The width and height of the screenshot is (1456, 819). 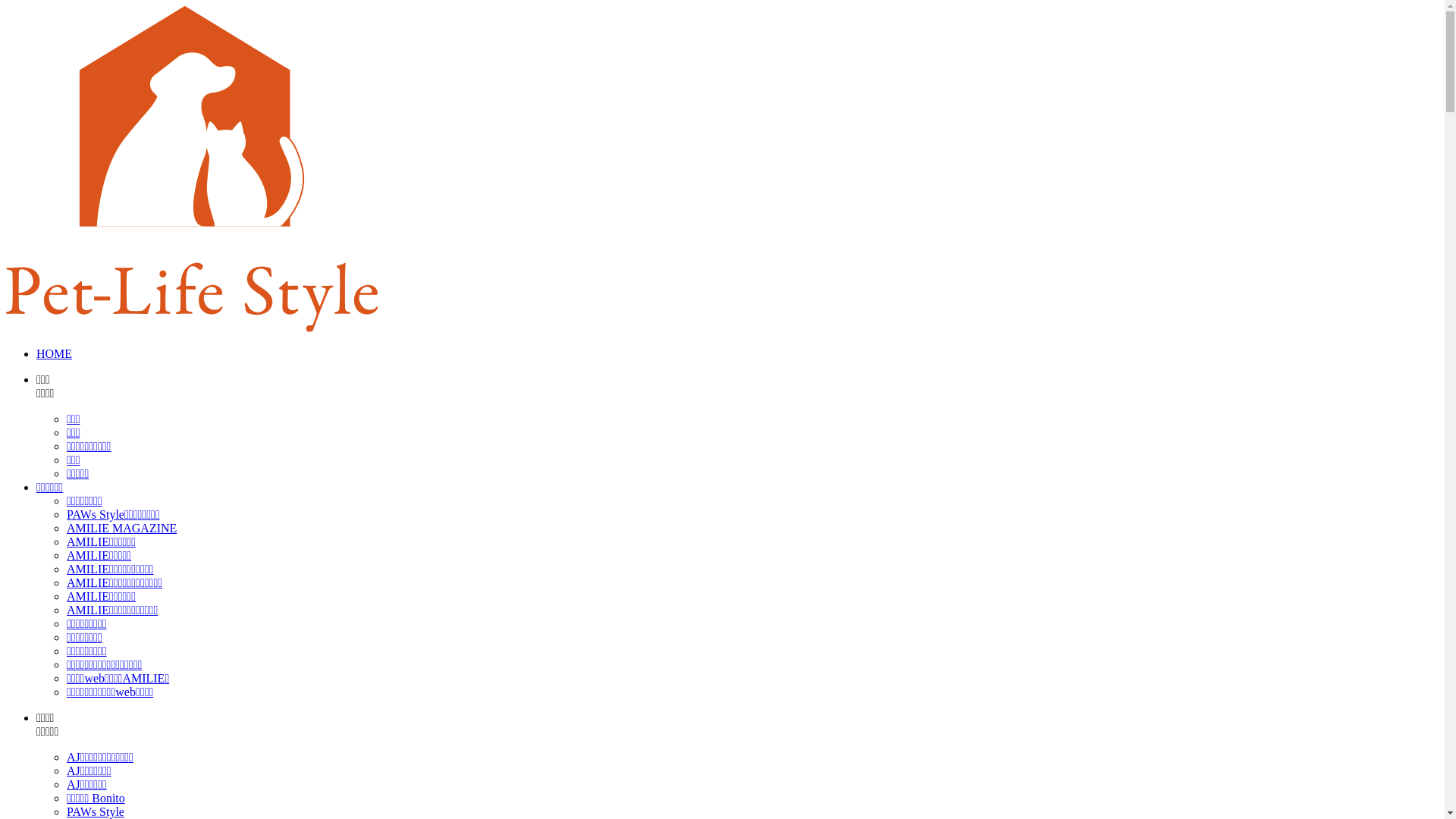 What do you see at coordinates (65, 811) in the screenshot?
I see `'PAWs Style'` at bounding box center [65, 811].